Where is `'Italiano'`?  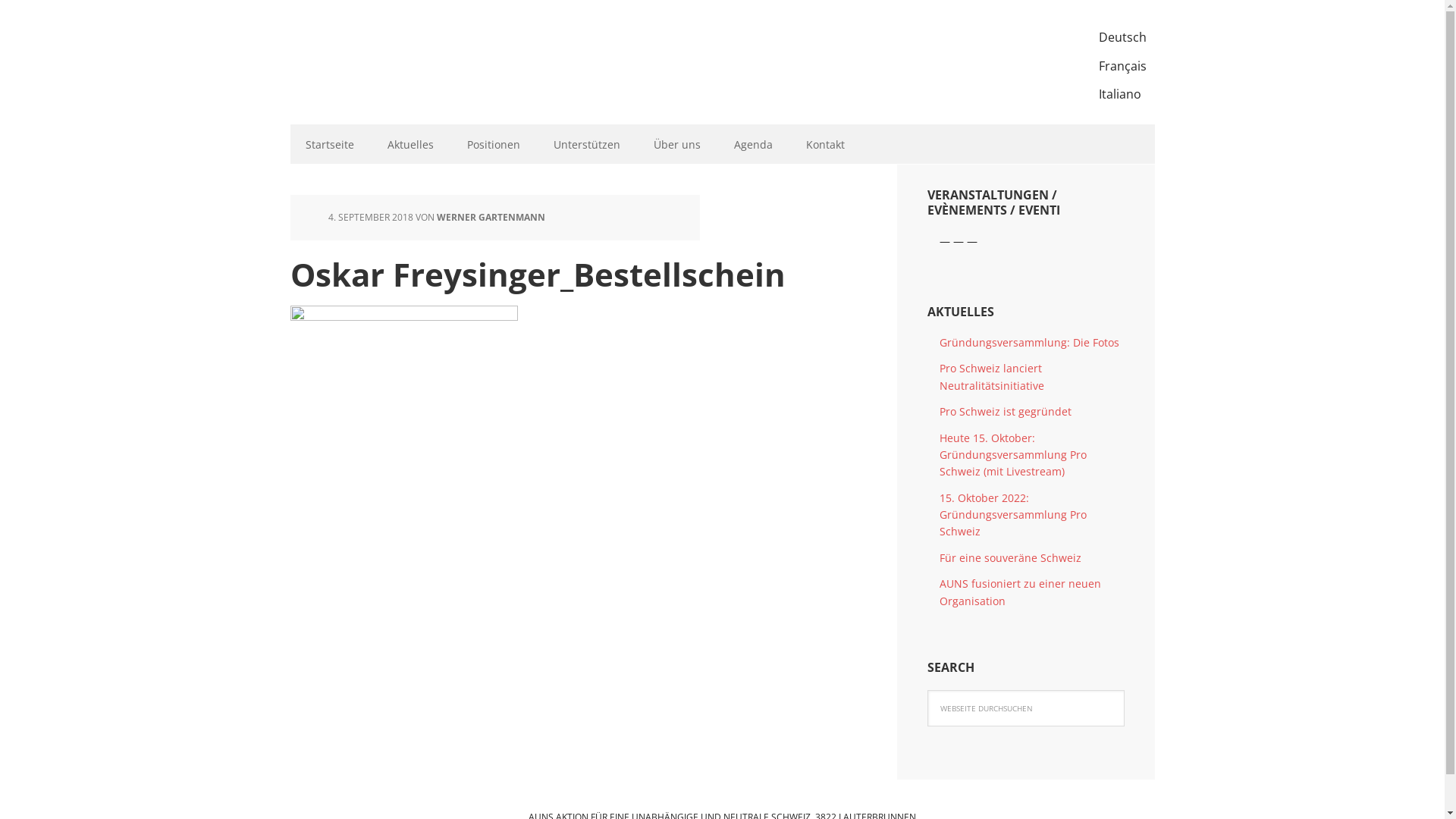
'Italiano' is located at coordinates (1090, 94).